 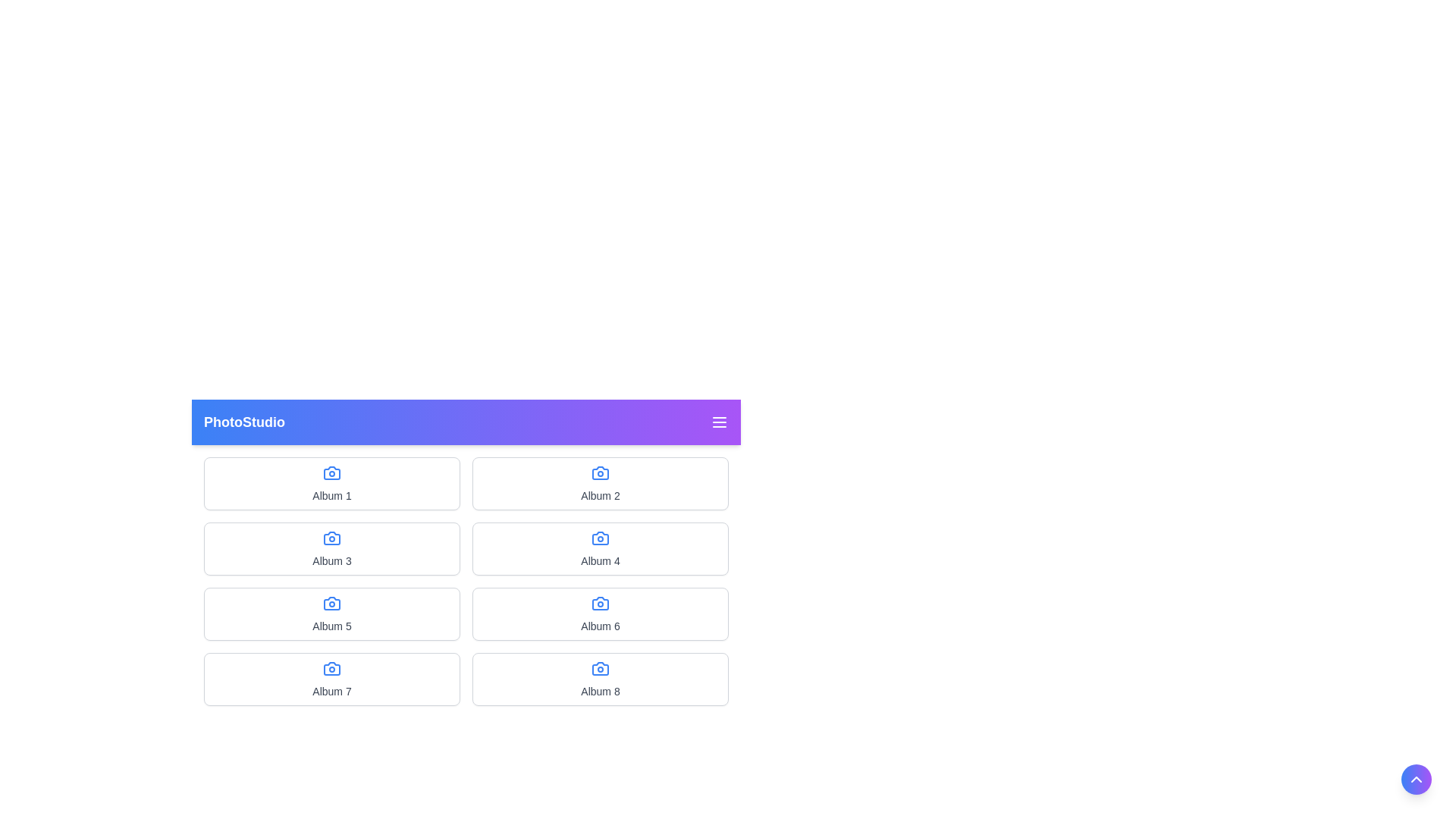 What do you see at coordinates (1415, 780) in the screenshot?
I see `the circular gradient button with a white upward-pointing chevron icon to scroll upward` at bounding box center [1415, 780].